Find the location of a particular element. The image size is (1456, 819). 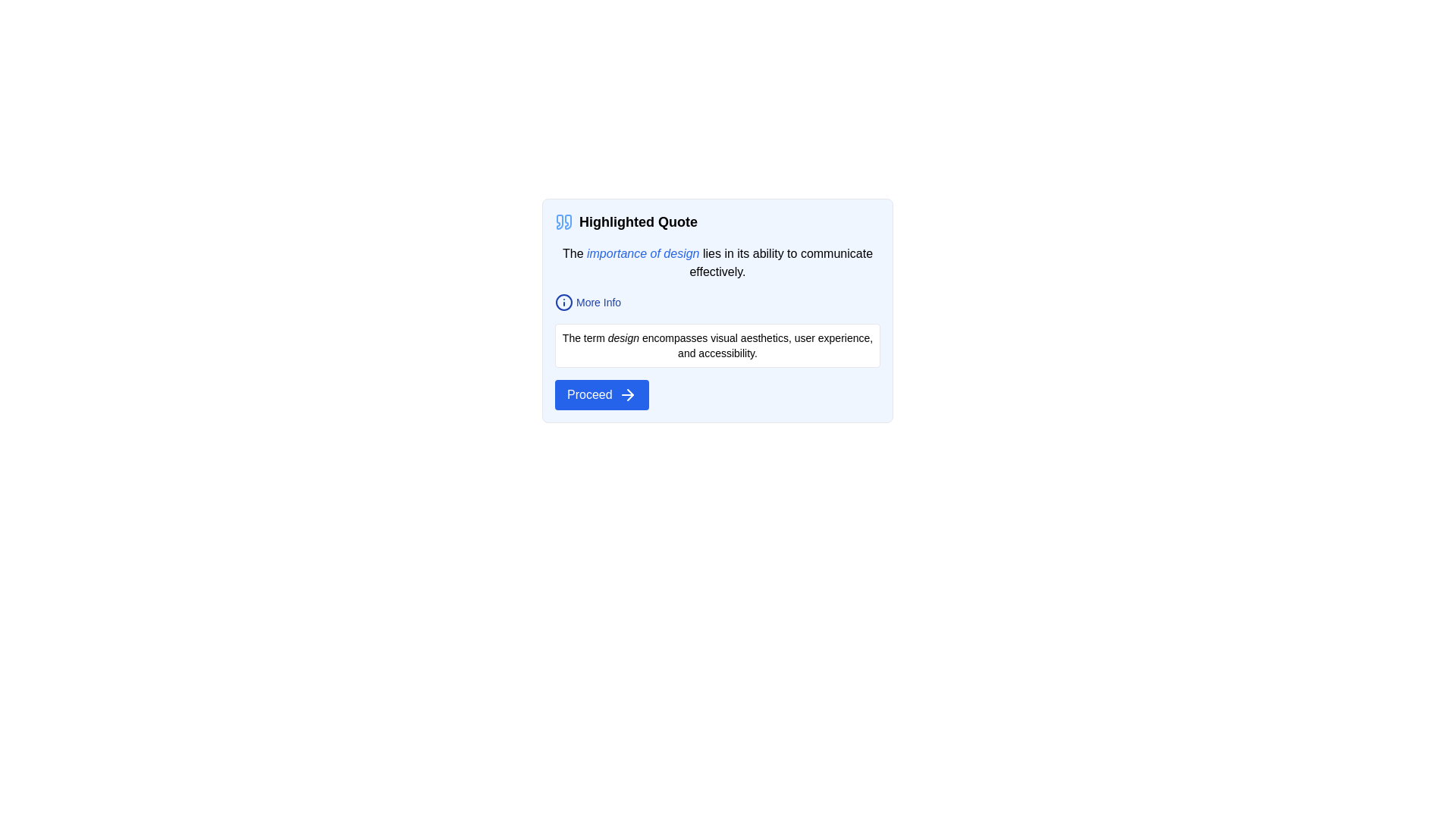

the 'More Info' text label with an information icon to underline it is located at coordinates (587, 302).